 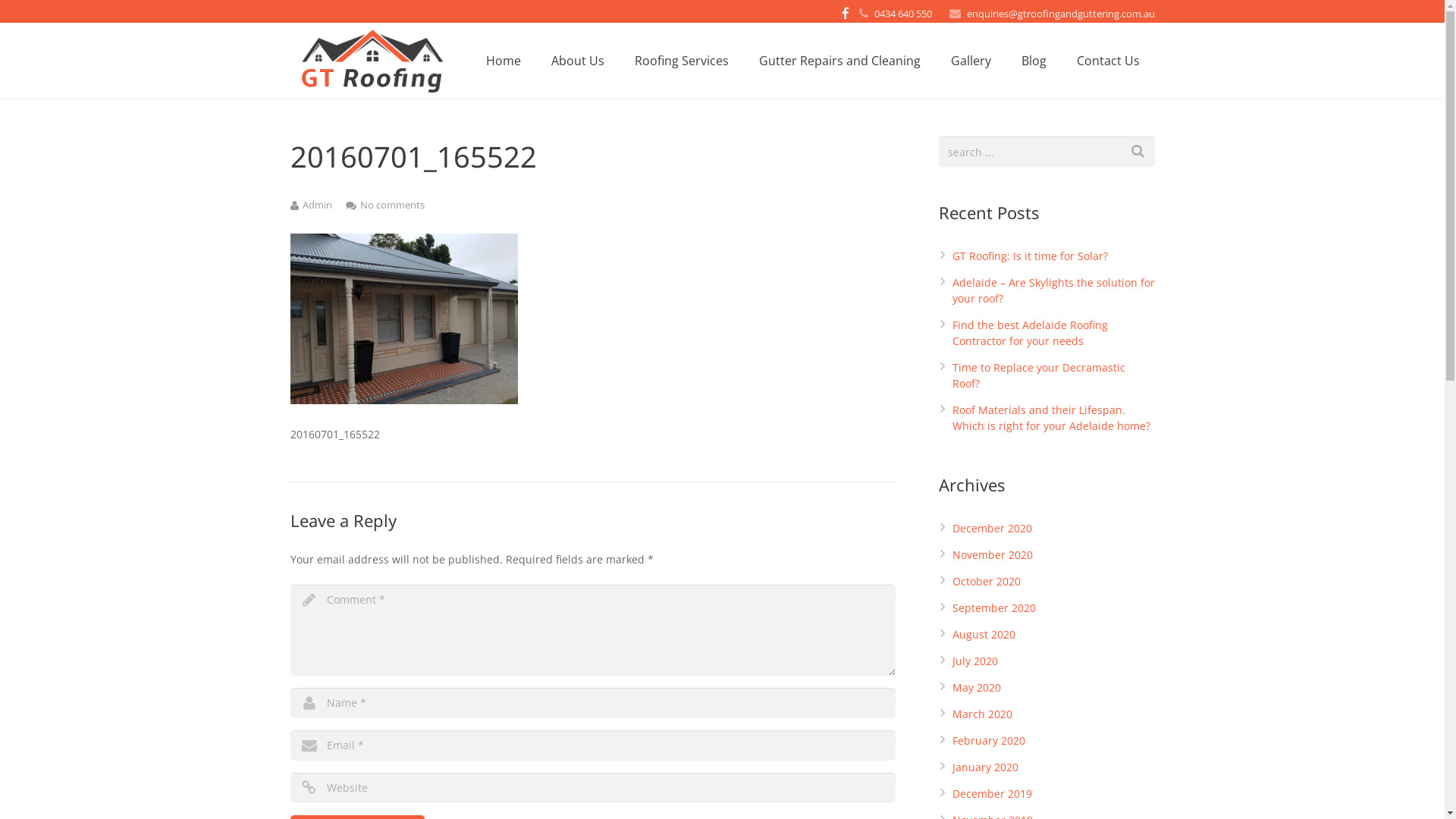 I want to click on 'About Us', so click(x=576, y=60).